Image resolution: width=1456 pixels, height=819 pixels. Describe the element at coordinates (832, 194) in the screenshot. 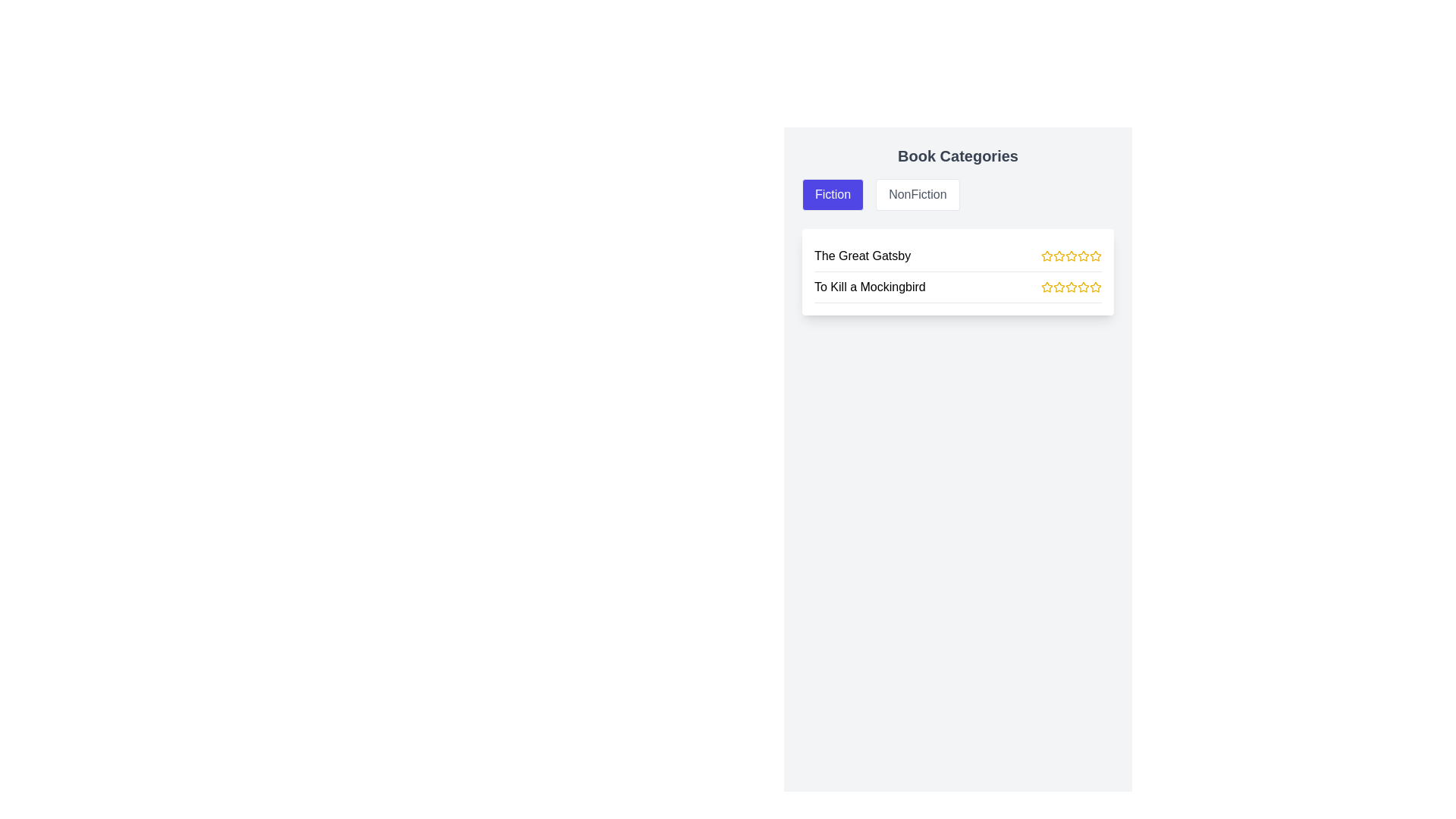

I see `the blue button labeled 'Fiction' with white text` at that location.